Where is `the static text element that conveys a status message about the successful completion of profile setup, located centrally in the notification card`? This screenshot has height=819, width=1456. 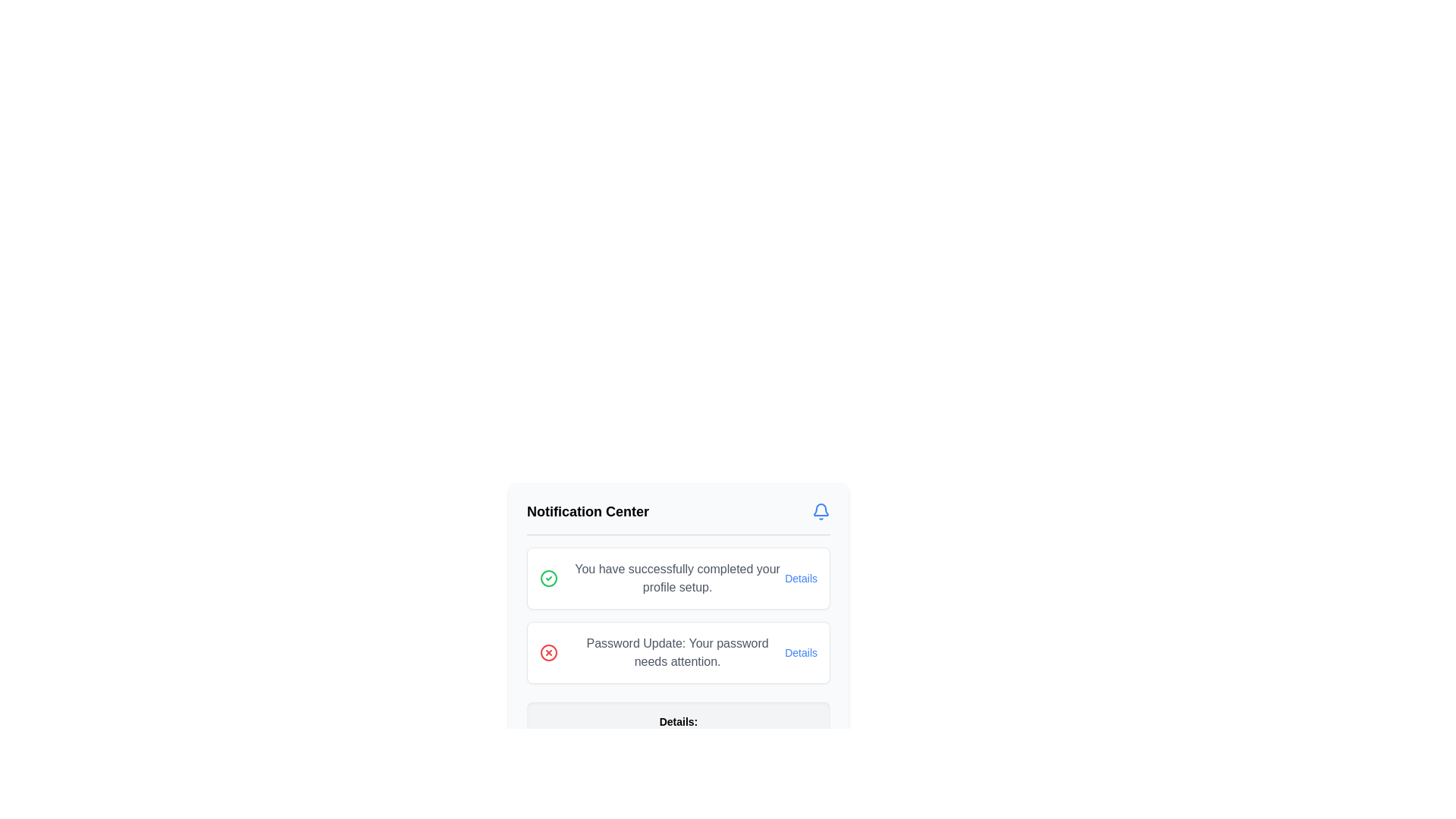
the static text element that conveys a status message about the successful completion of profile setup, located centrally in the notification card is located at coordinates (676, 579).